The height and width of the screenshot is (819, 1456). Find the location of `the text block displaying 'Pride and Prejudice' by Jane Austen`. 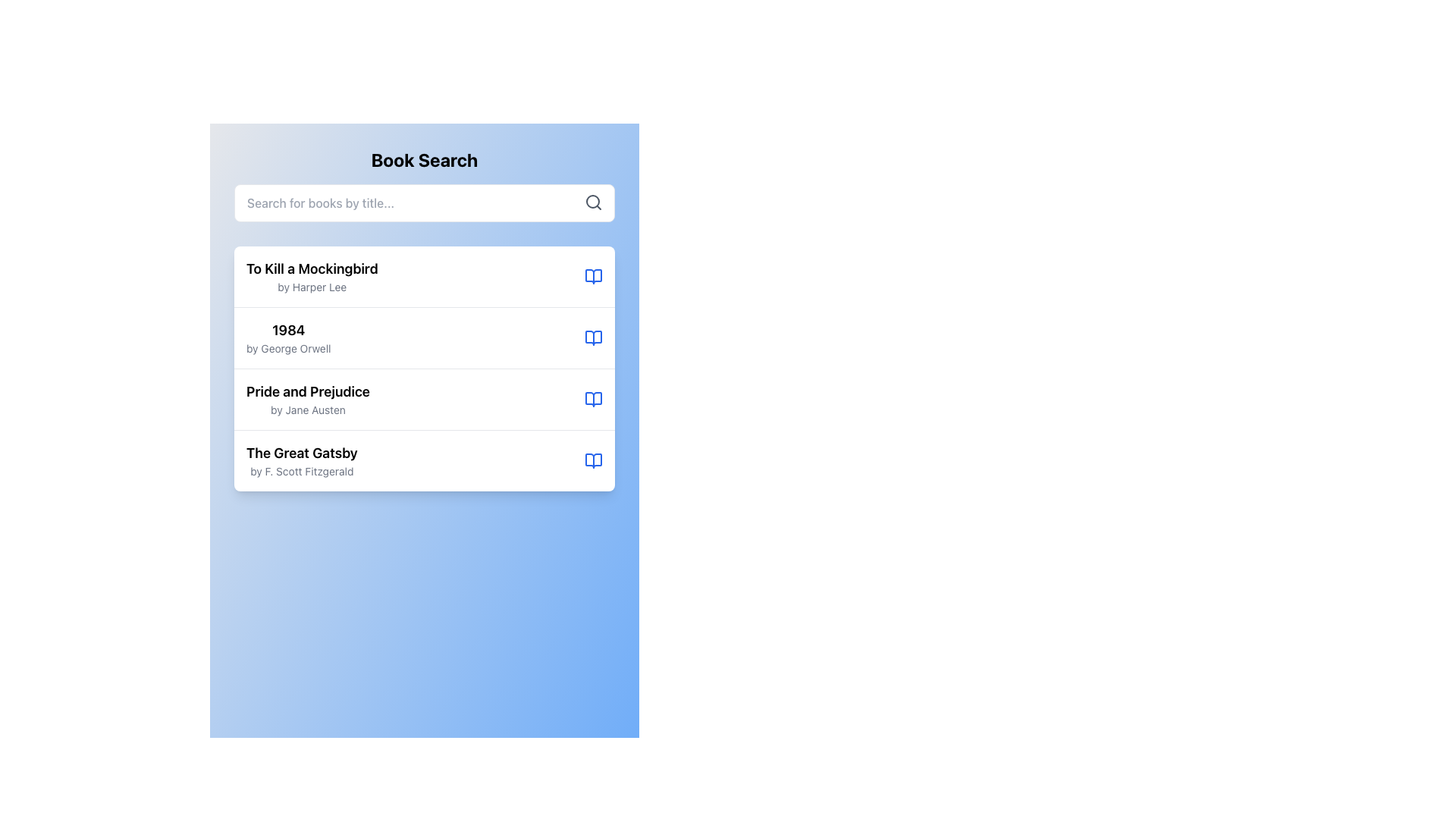

the text block displaying 'Pride and Prejudice' by Jane Austen is located at coordinates (307, 399).